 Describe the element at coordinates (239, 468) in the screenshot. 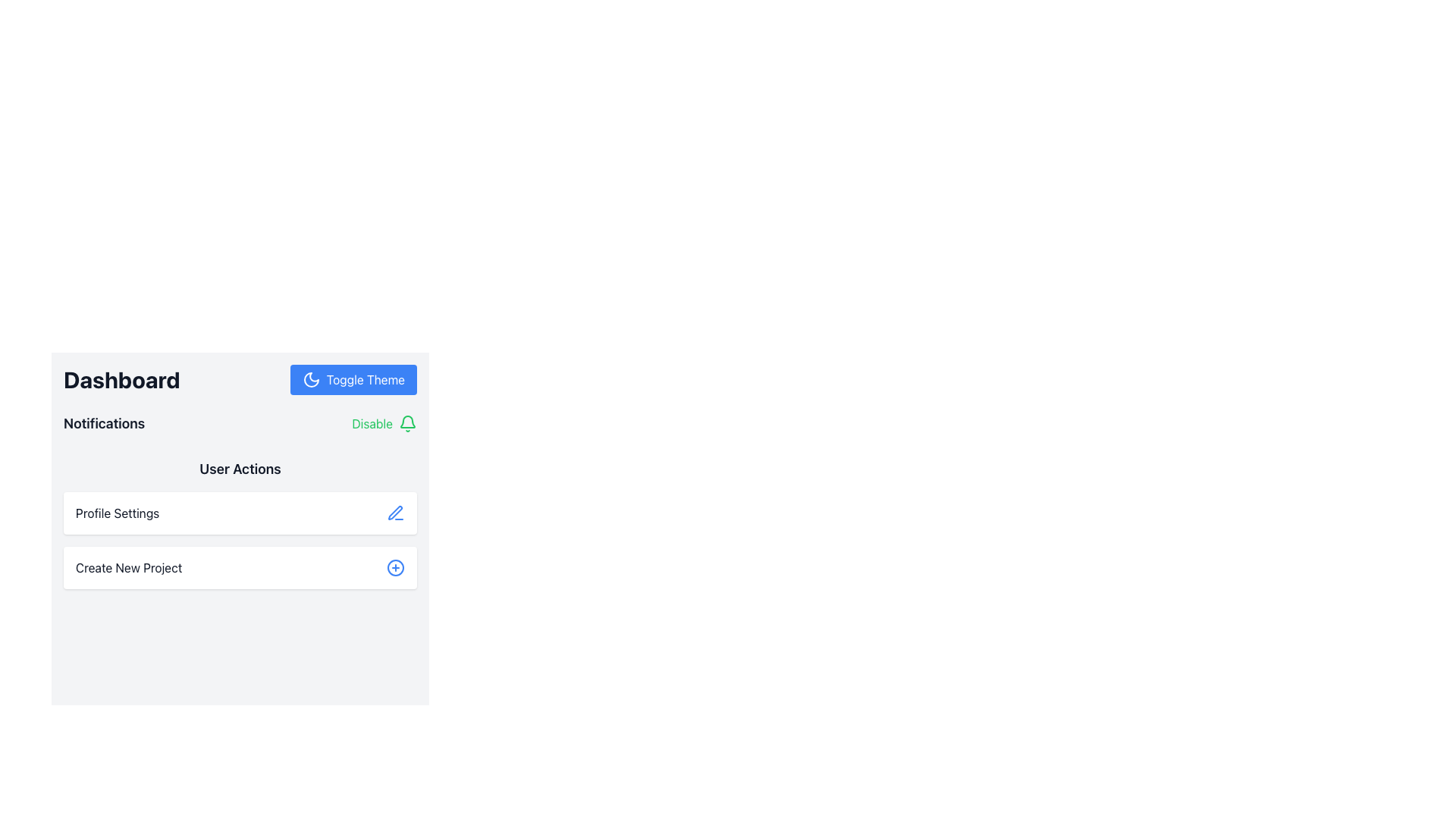

I see `the 'User Actions' text label element, which is bold and prominently displayed in black on a light gray background, located under the 'Notifications' section` at that location.